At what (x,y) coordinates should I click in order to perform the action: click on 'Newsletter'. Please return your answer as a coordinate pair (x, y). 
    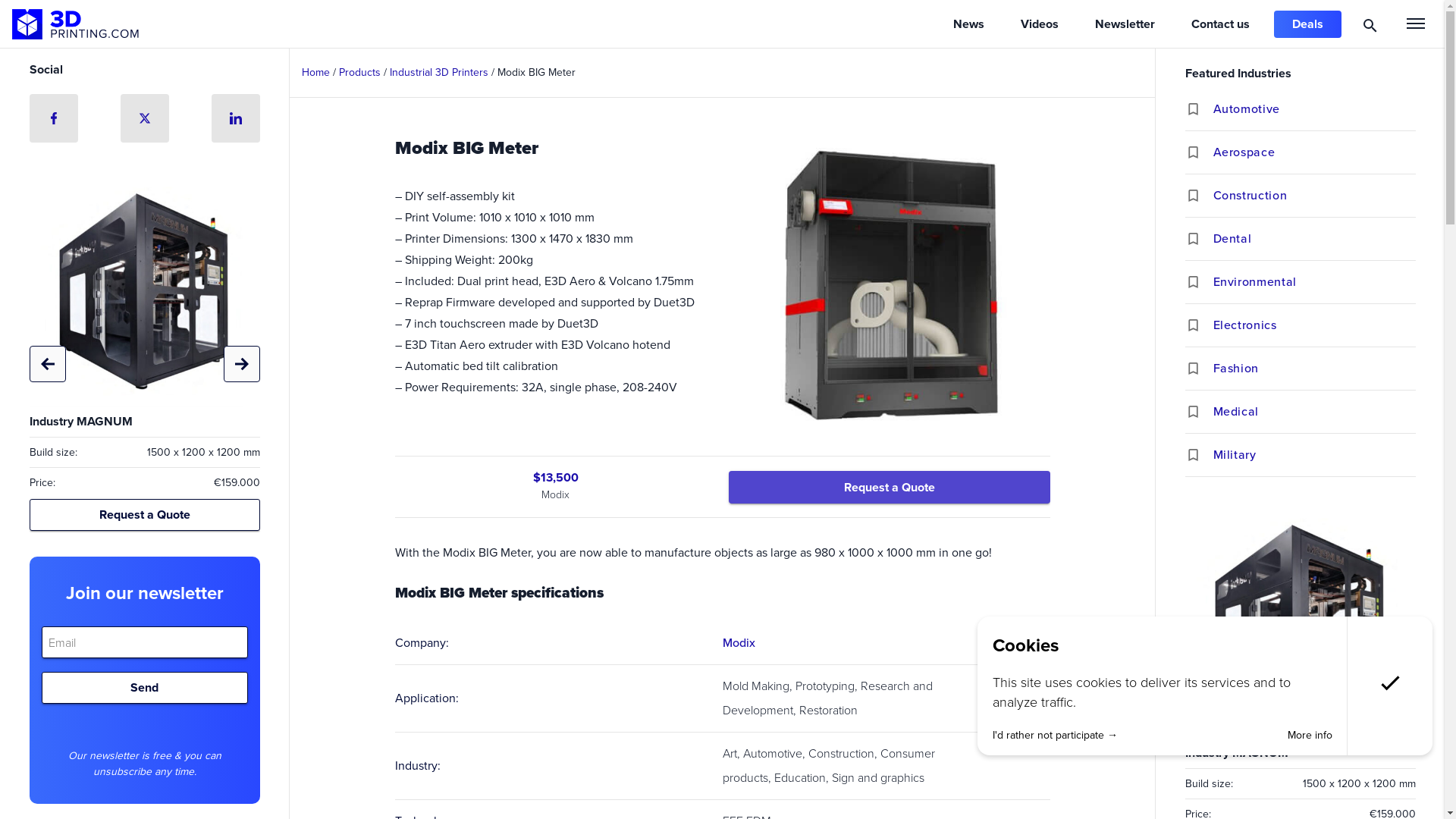
    Looking at the image, I should click on (1125, 24).